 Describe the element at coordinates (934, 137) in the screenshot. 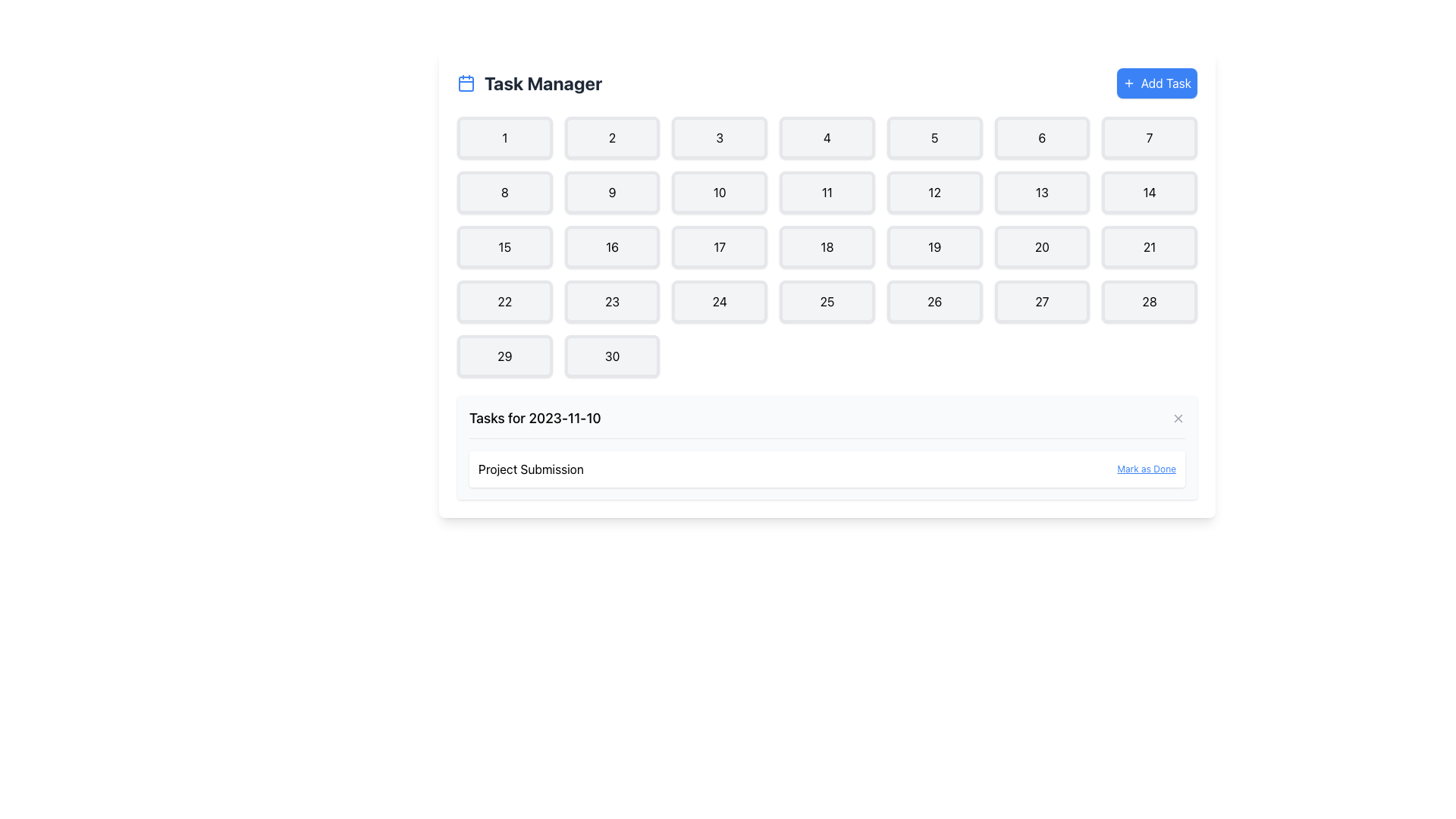

I see `the button displaying the number '5' with a gray background in the calendar grid` at that location.